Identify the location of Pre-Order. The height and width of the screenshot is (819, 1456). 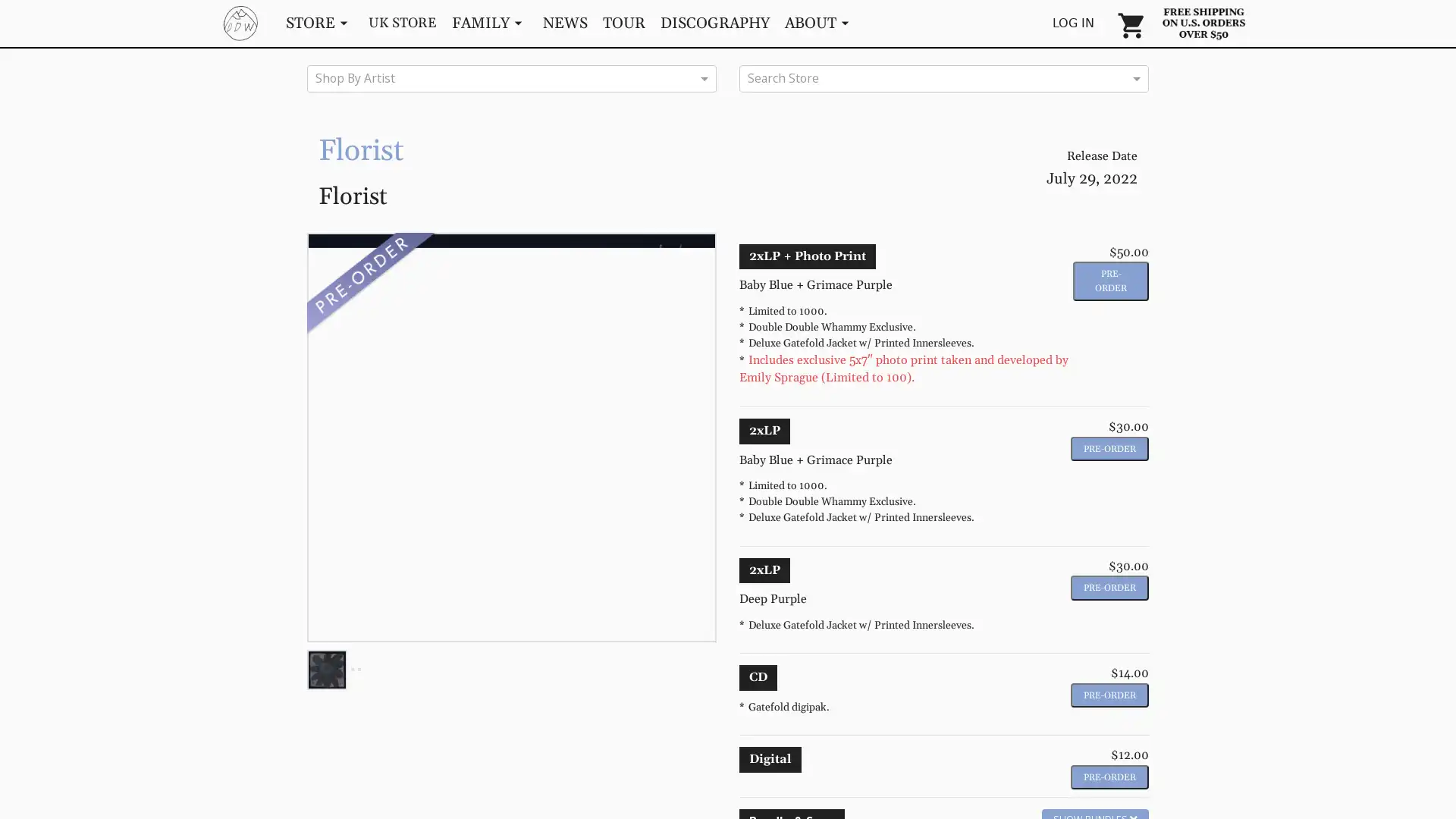
(1109, 695).